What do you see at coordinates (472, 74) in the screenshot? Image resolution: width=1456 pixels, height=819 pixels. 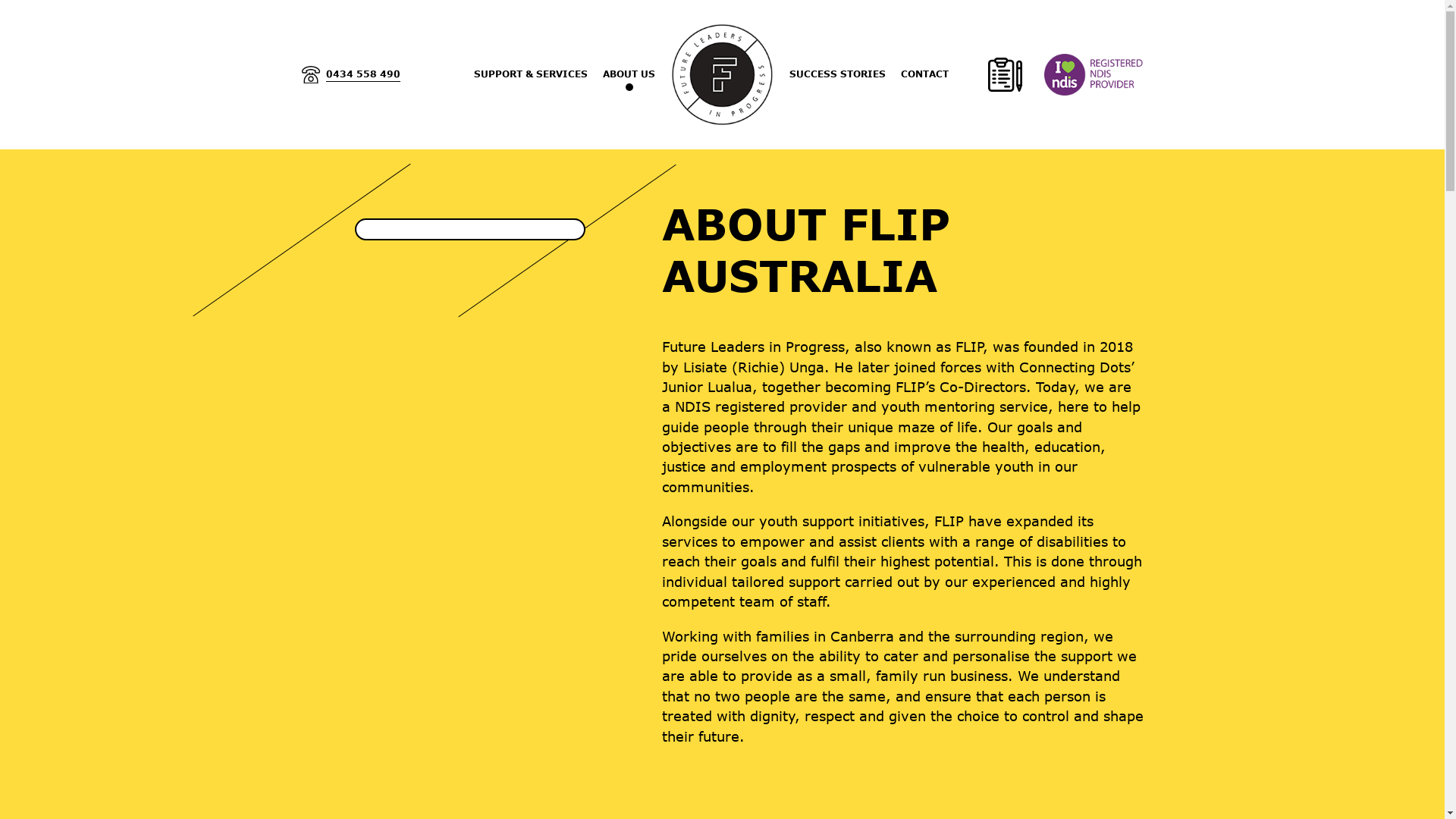 I see `'SUPPORT & SERVICES'` at bounding box center [472, 74].